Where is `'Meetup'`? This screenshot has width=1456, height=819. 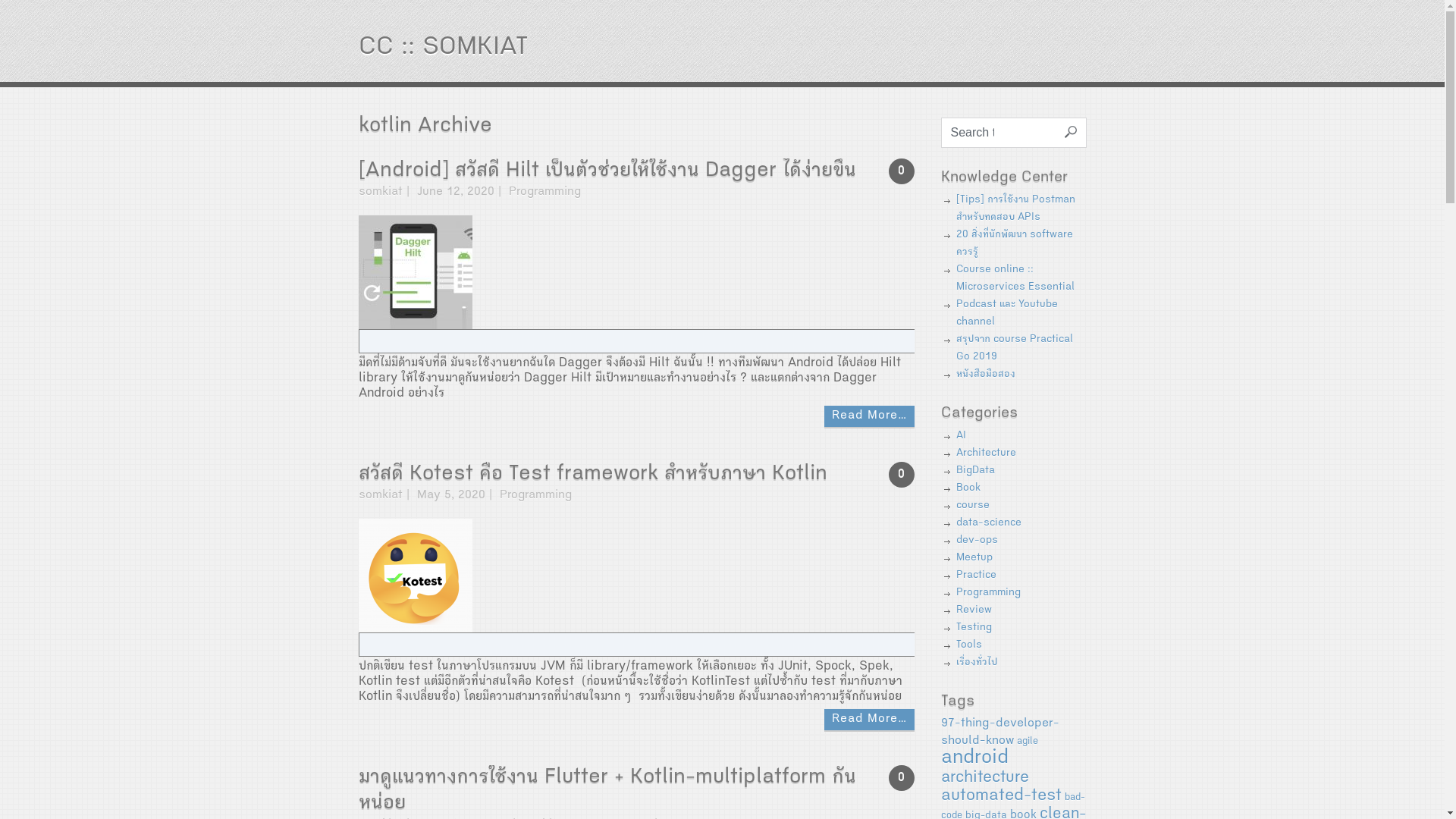
'Meetup' is located at coordinates (973, 558).